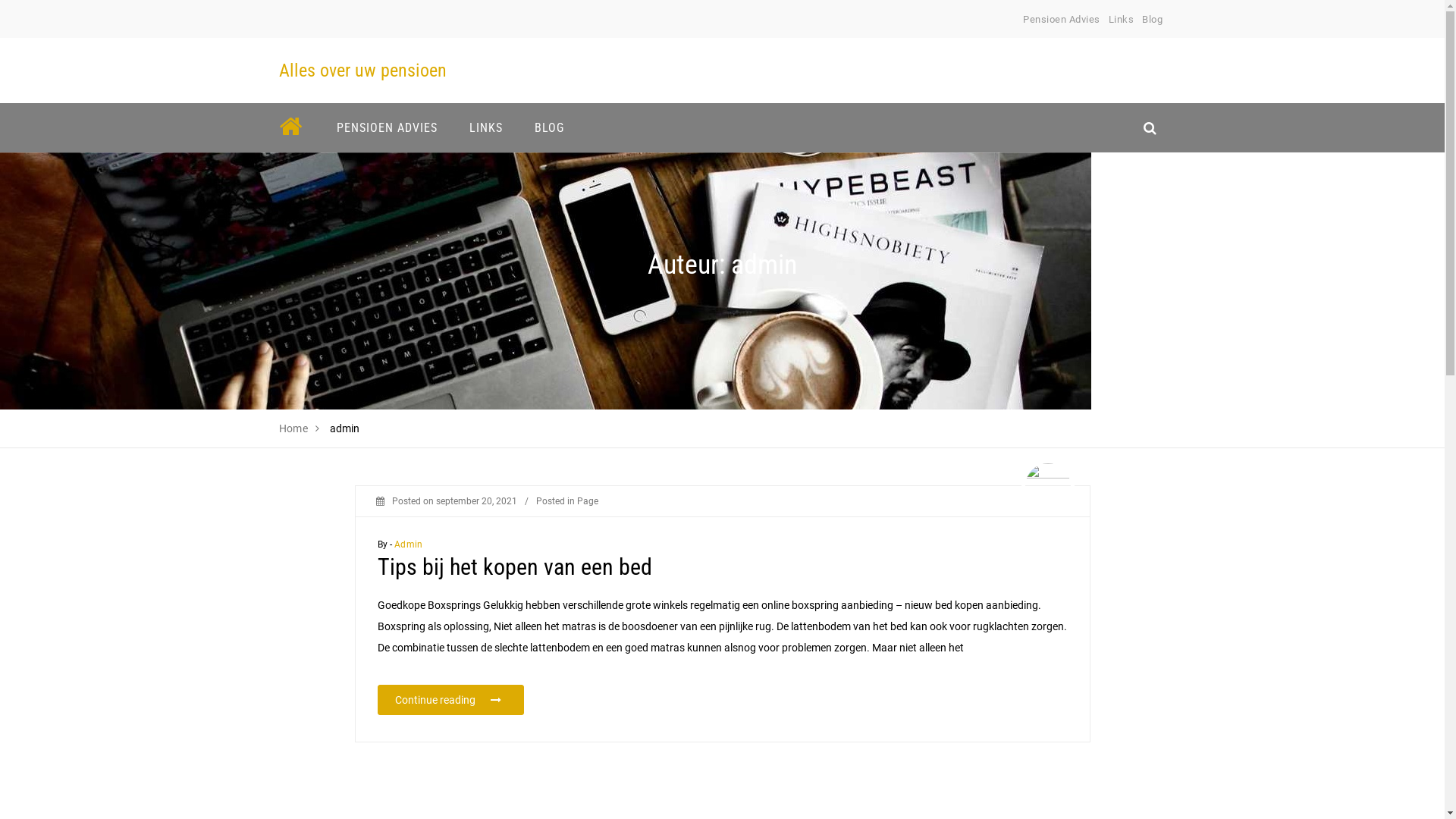 The image size is (1456, 819). Describe the element at coordinates (486, 127) in the screenshot. I see `'LINKS'` at that location.